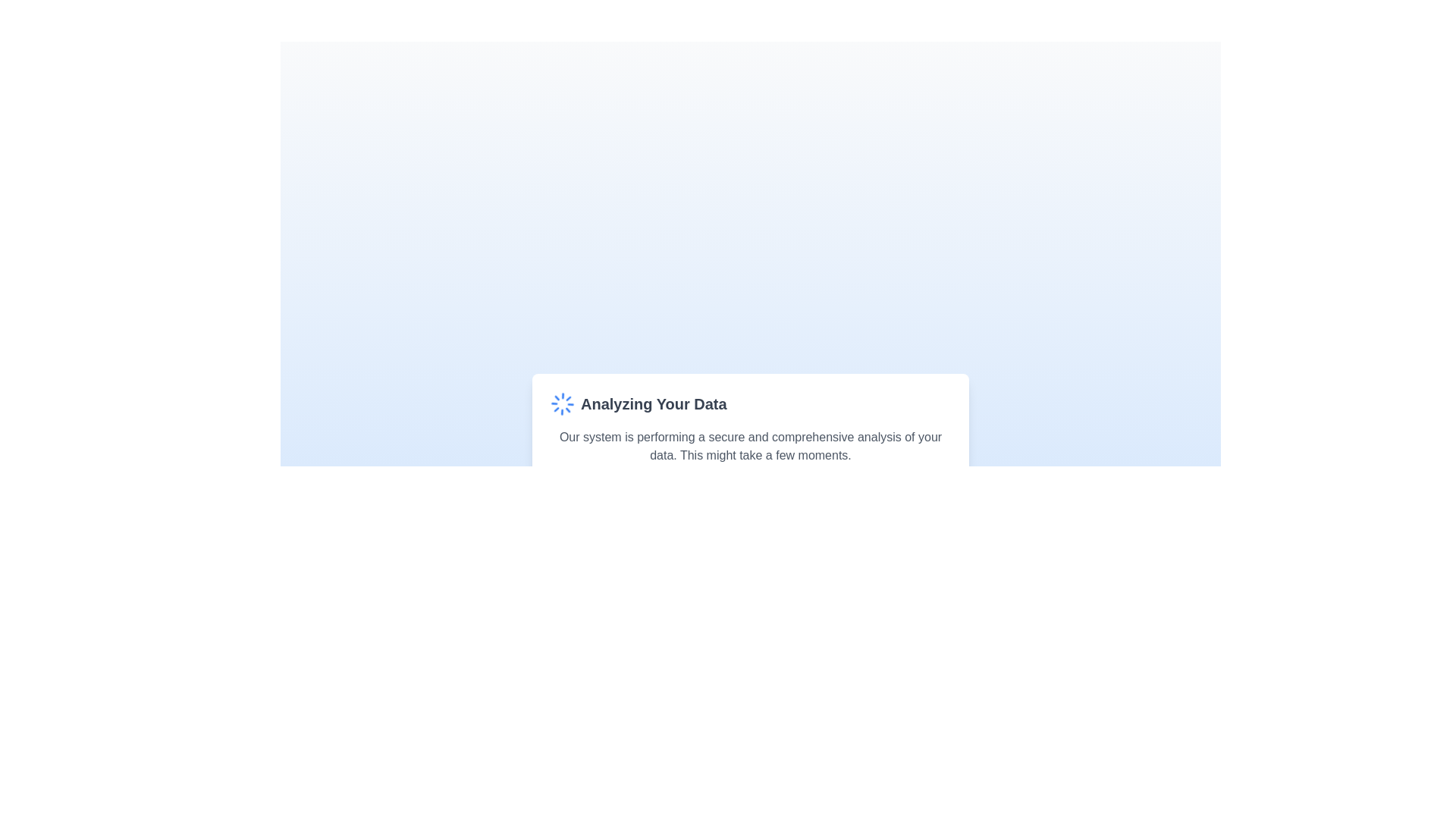 The image size is (1456, 819). Describe the element at coordinates (654, 403) in the screenshot. I see `the text label reading 'Analyzing Your Data', which is styled with a large, bold, gray font and is centrally located in the interface` at that location.